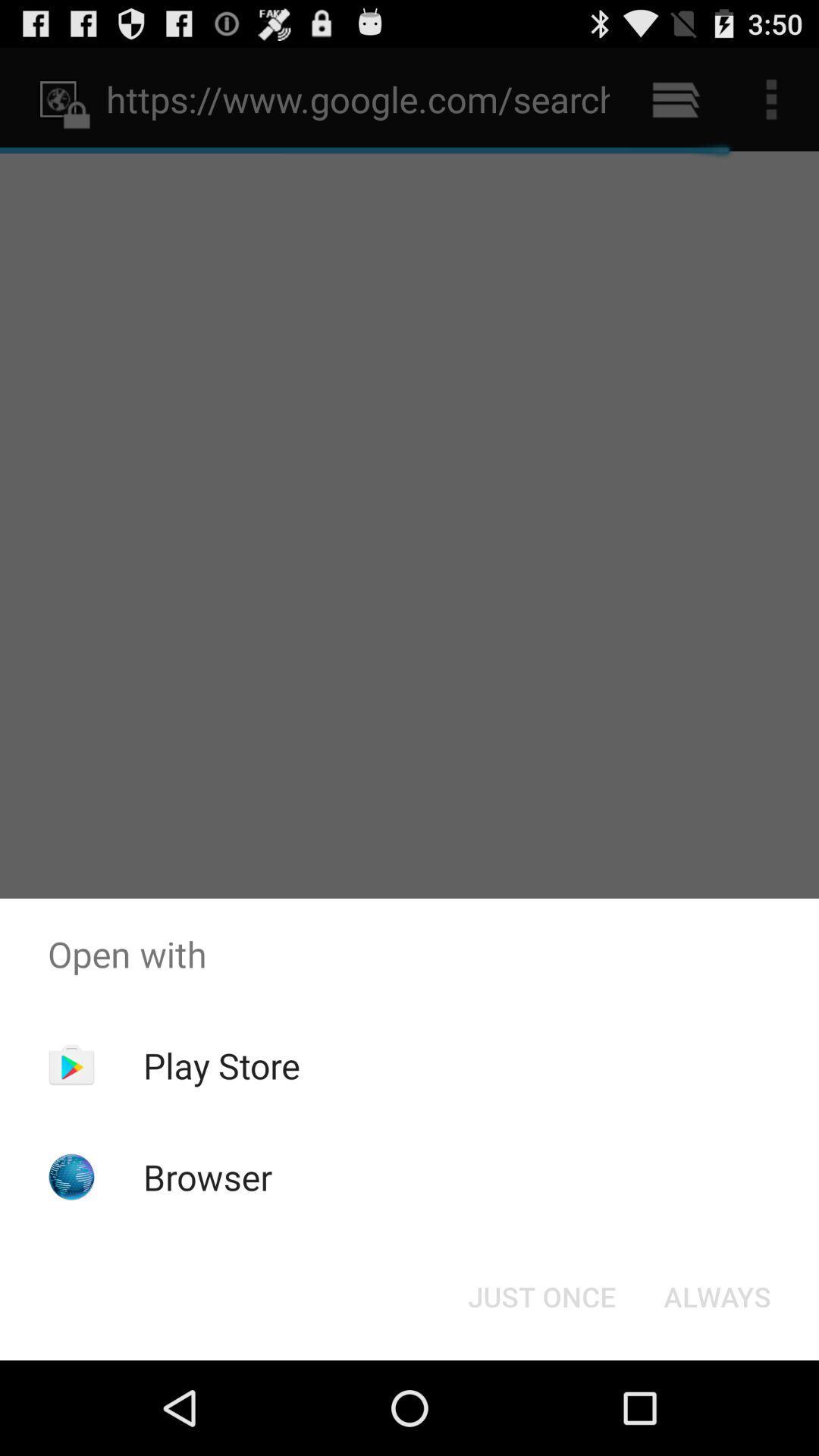 Image resolution: width=819 pixels, height=1456 pixels. I want to click on the button next to the just once item, so click(717, 1295).